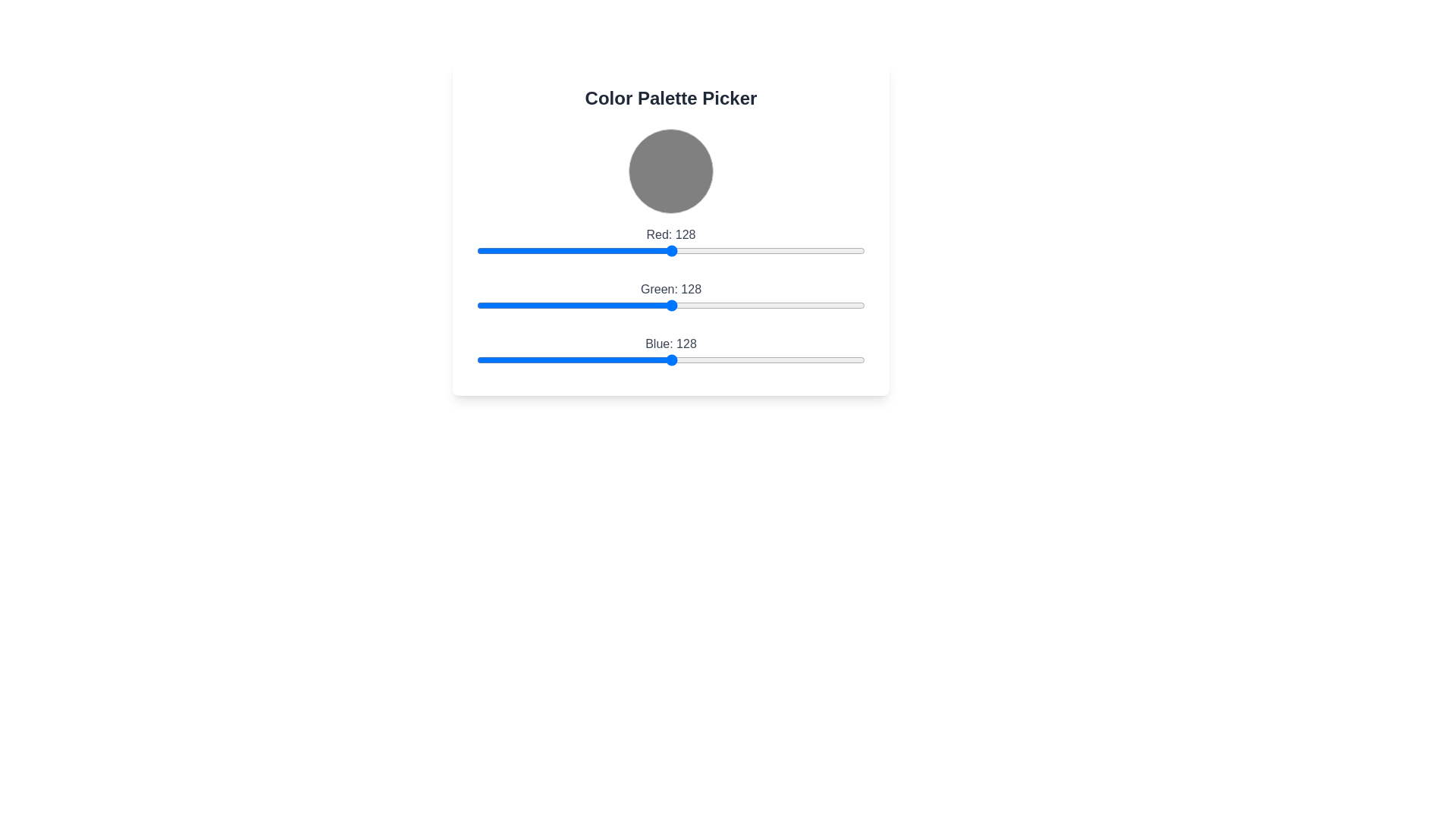 This screenshot has height=819, width=1456. I want to click on the green color value, so click(760, 305).